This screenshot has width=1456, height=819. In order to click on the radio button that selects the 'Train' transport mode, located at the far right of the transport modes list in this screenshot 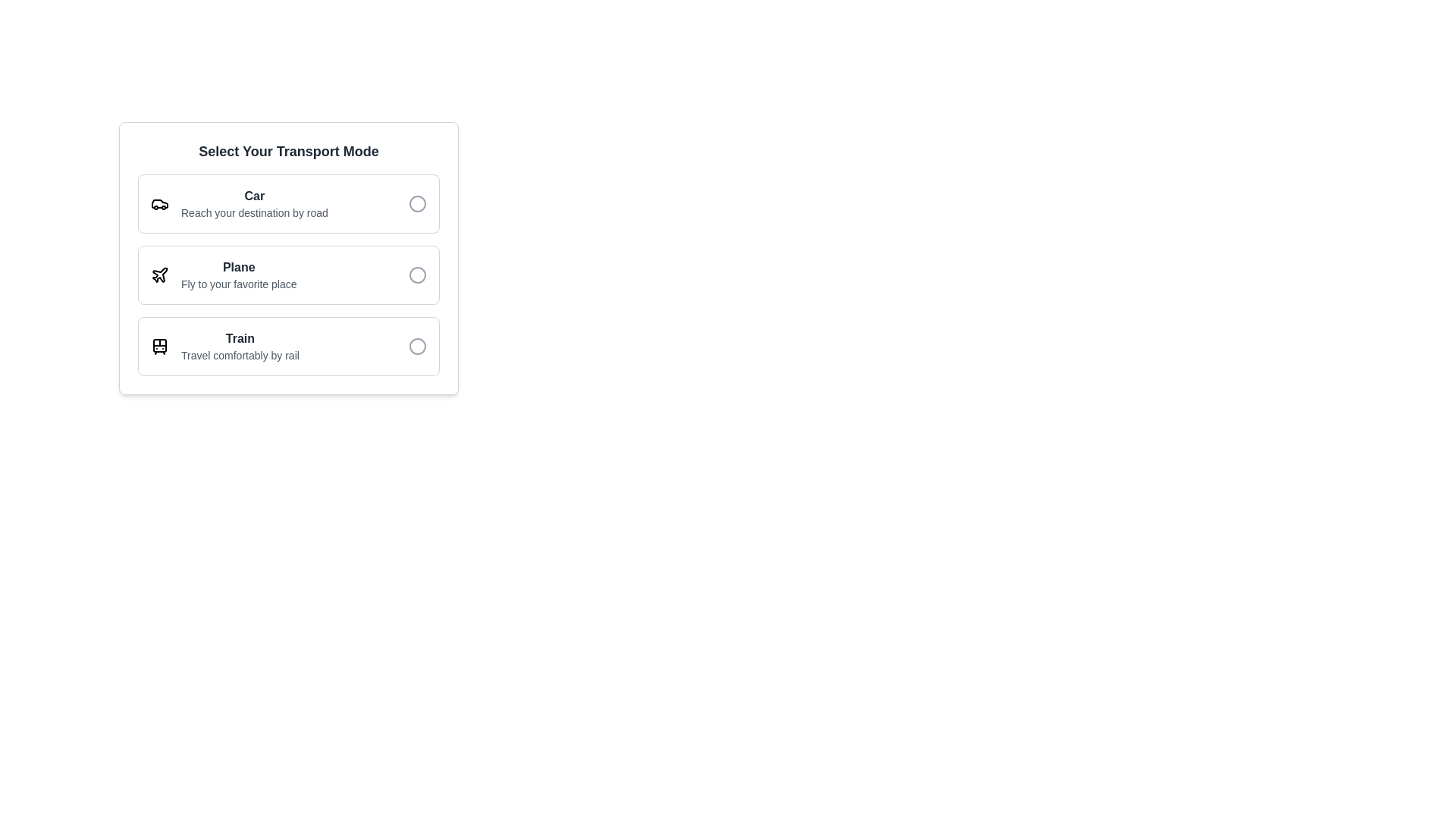, I will do `click(418, 346)`.